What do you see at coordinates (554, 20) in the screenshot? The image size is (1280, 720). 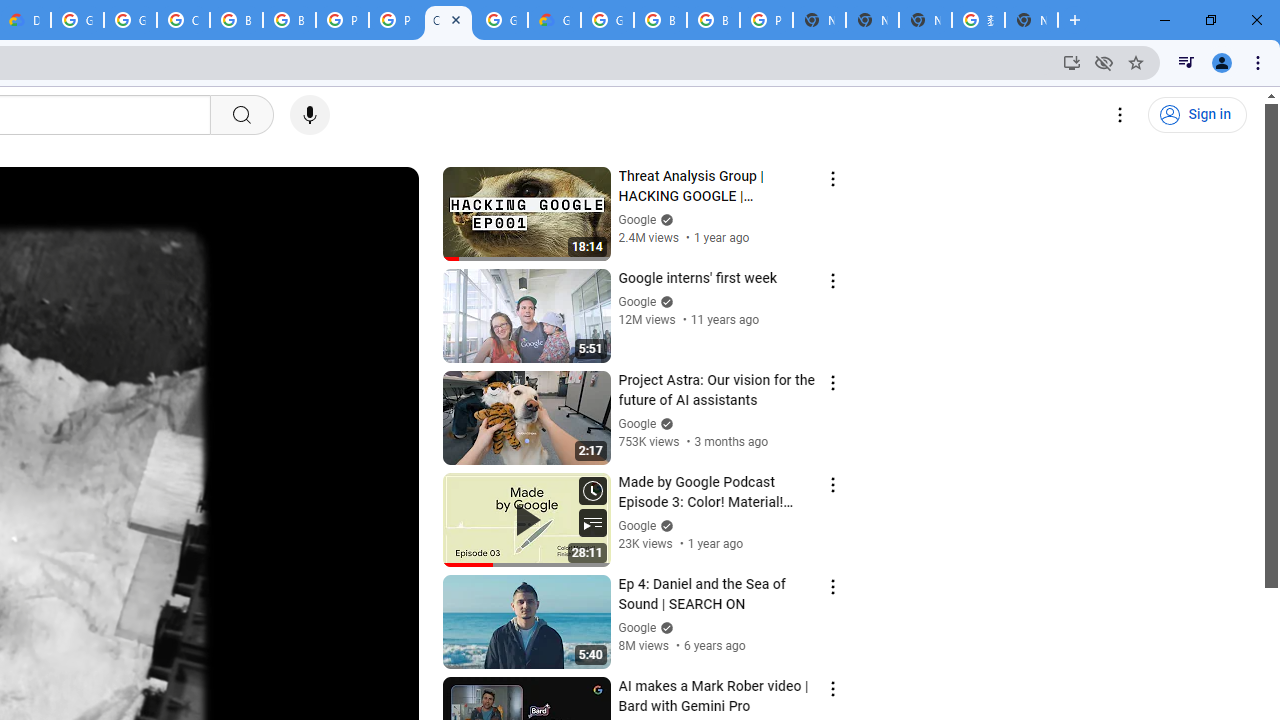 I see `'Google Cloud Estimate Summary'` at bounding box center [554, 20].